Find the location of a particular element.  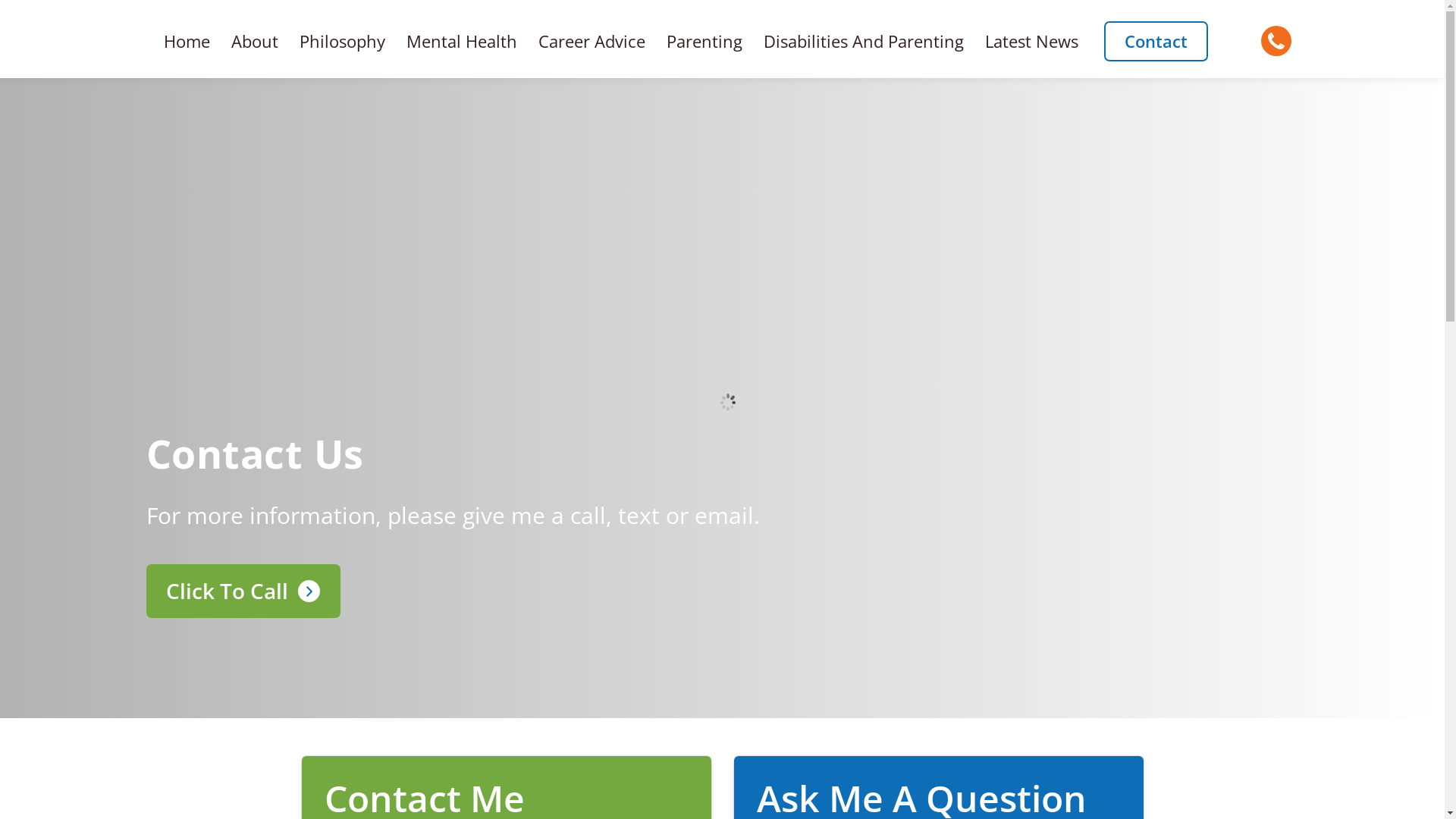

'Click To Call' is located at coordinates (146, 590).